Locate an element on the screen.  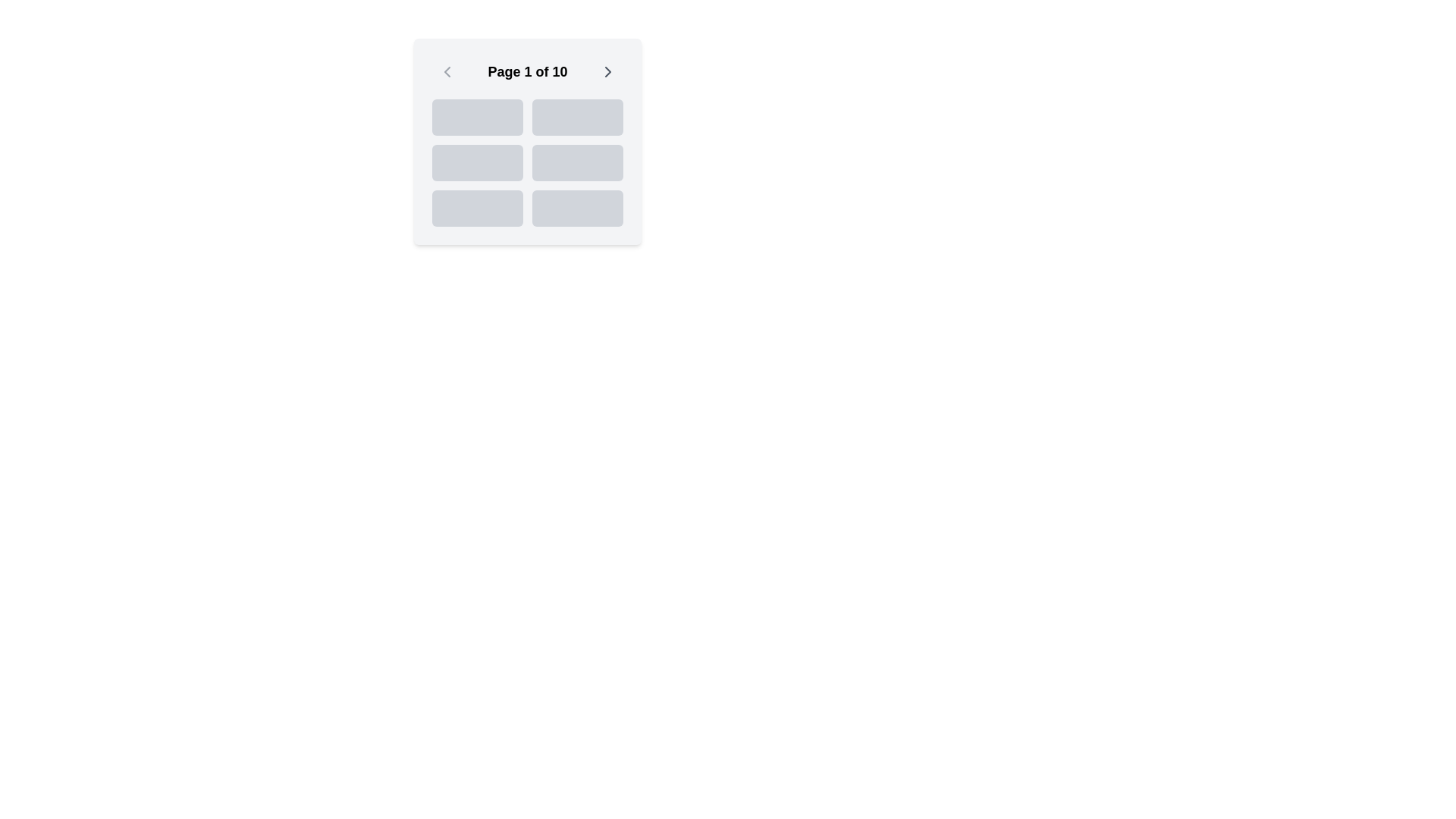
the rectangular light gray button with rounded corners located in the third row and first column of the grid layout is located at coordinates (476, 208).